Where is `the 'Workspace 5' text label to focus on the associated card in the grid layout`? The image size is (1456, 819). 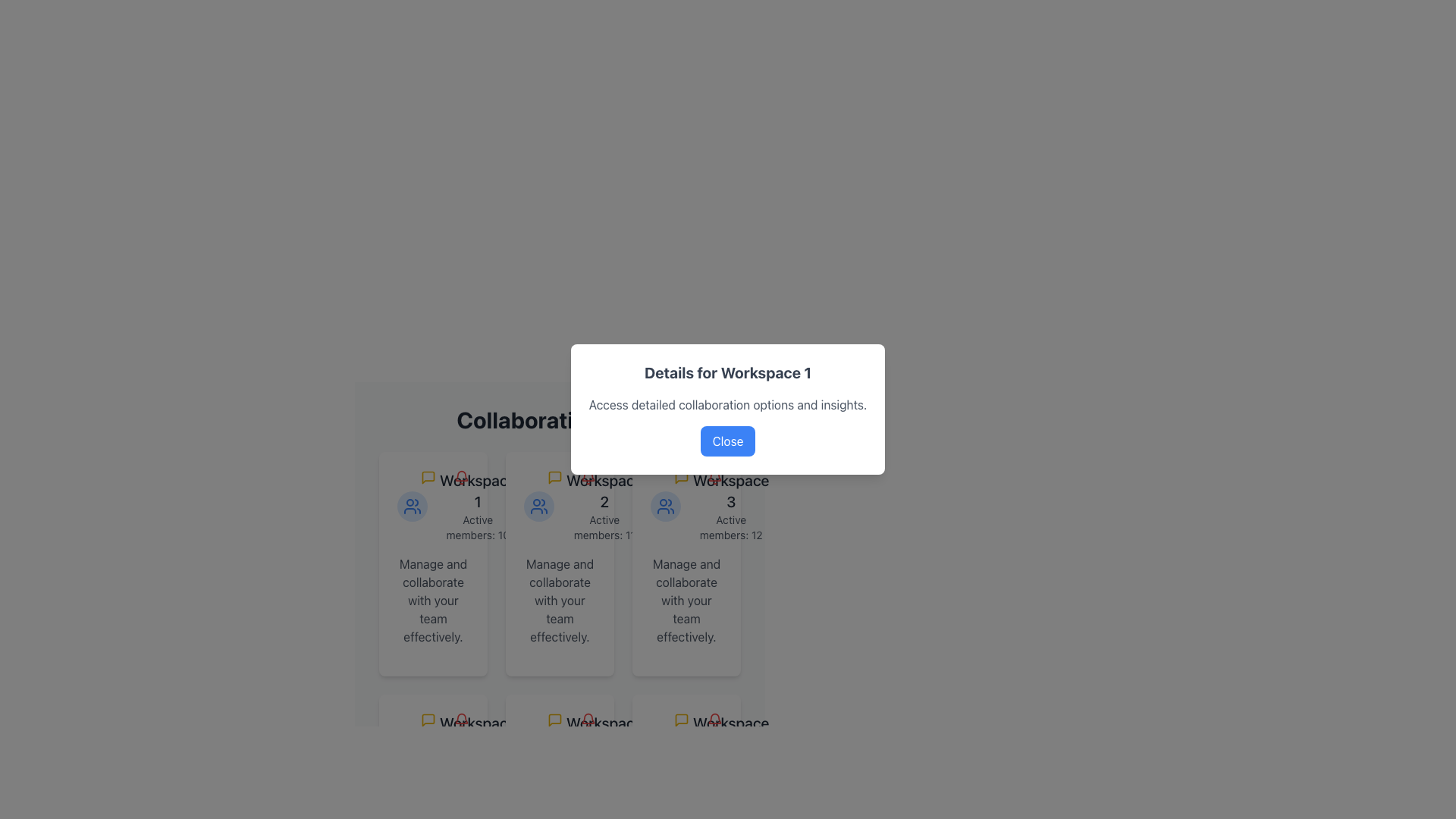
the 'Workspace 5' text label to focus on the associated card in the grid layout is located at coordinates (603, 733).